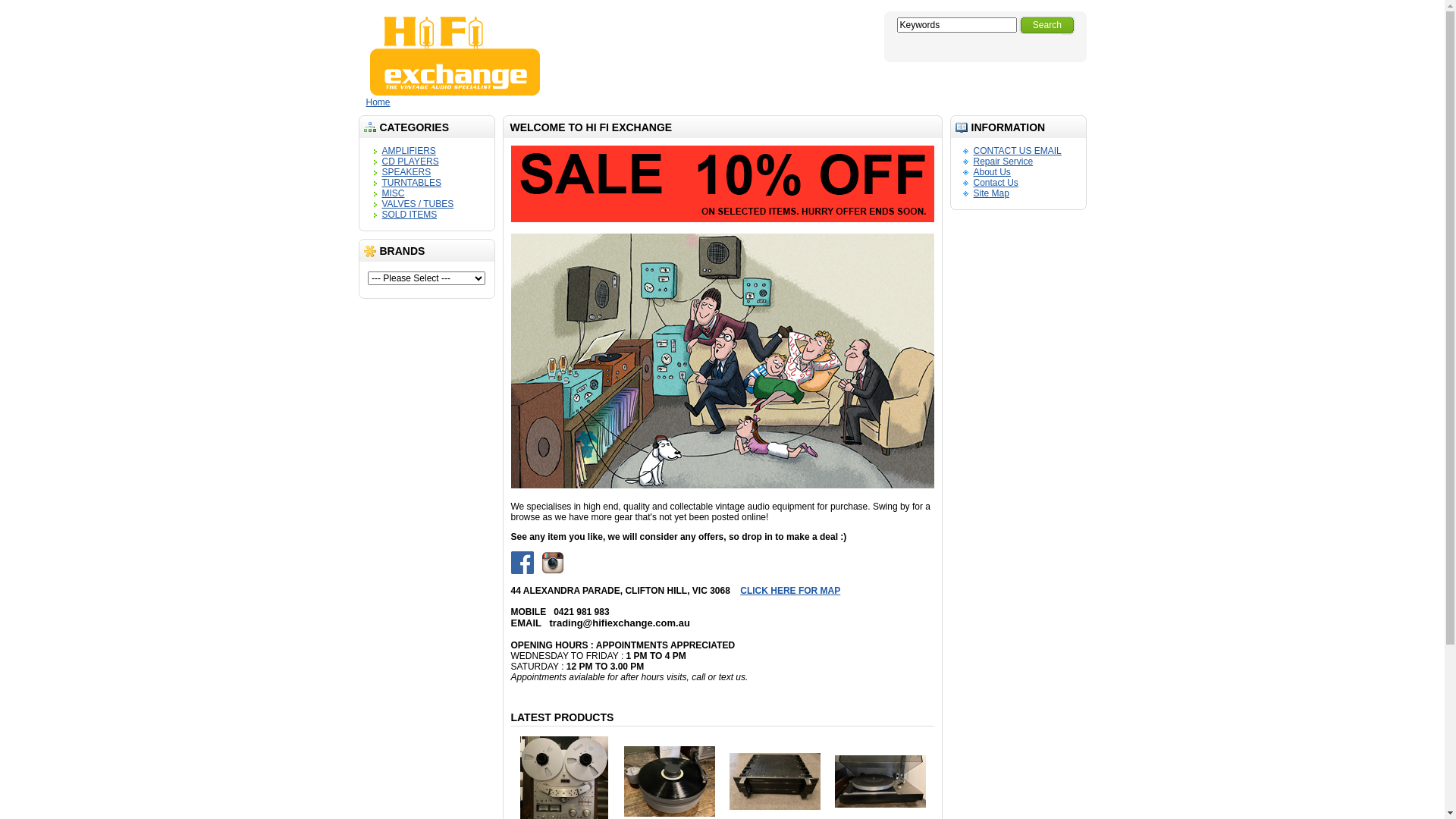  Describe the element at coordinates (382, 181) in the screenshot. I see `'TURNTABLES'` at that location.